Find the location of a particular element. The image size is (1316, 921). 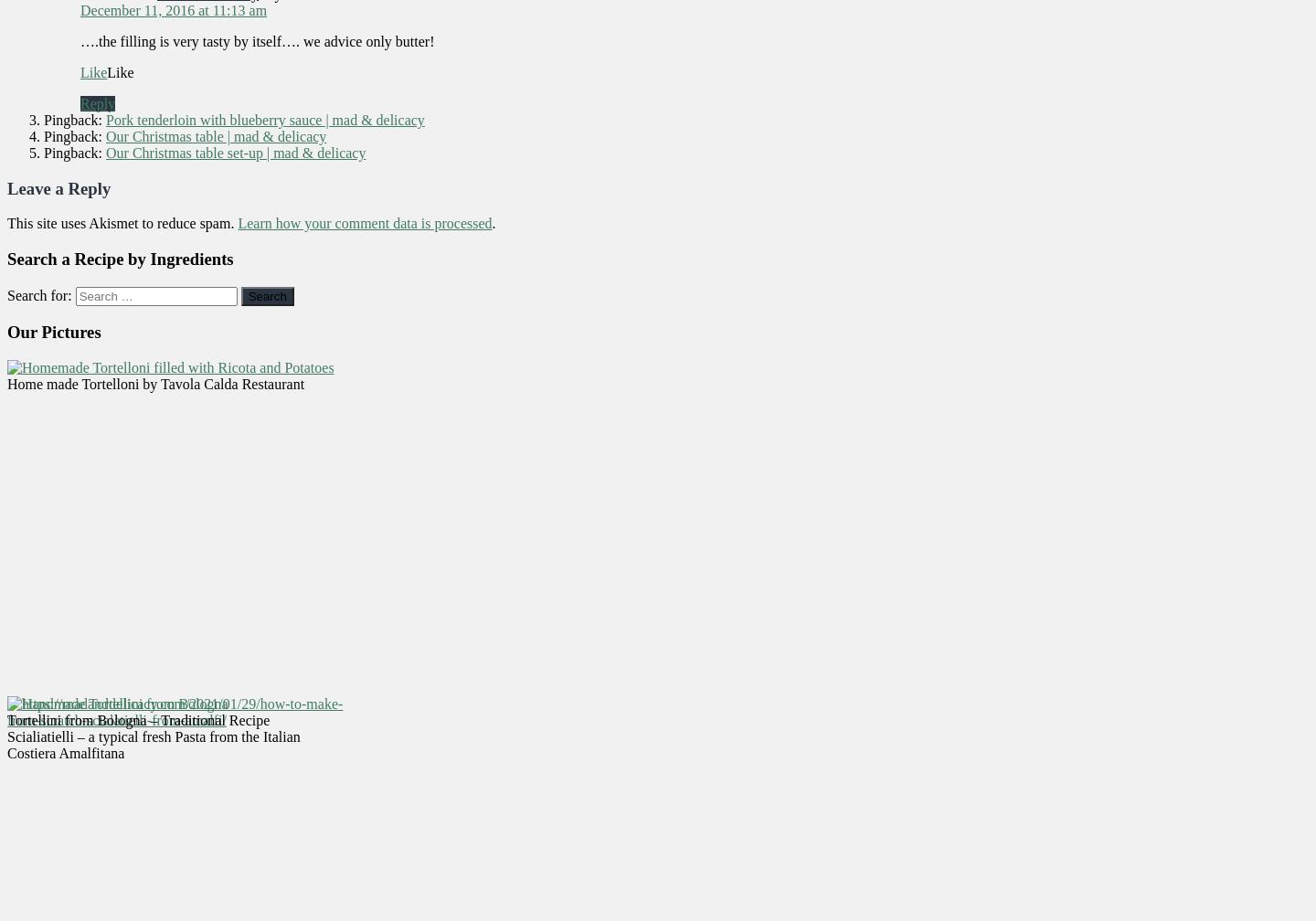

'….the filling is very tasty by itself…. we advice only butter!' is located at coordinates (256, 40).